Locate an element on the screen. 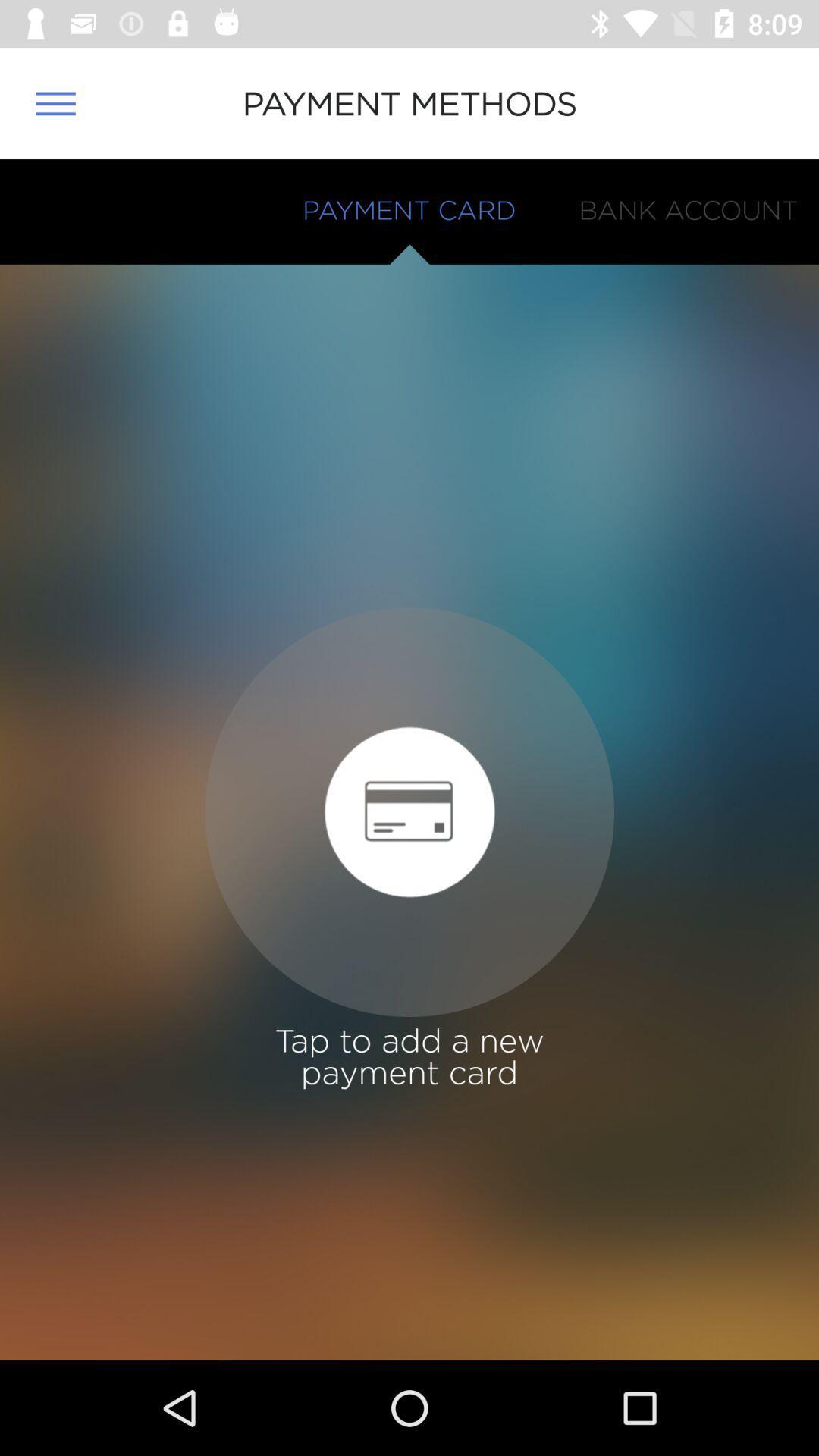 This screenshot has width=819, height=1456. icon next to payment methods is located at coordinates (55, 102).